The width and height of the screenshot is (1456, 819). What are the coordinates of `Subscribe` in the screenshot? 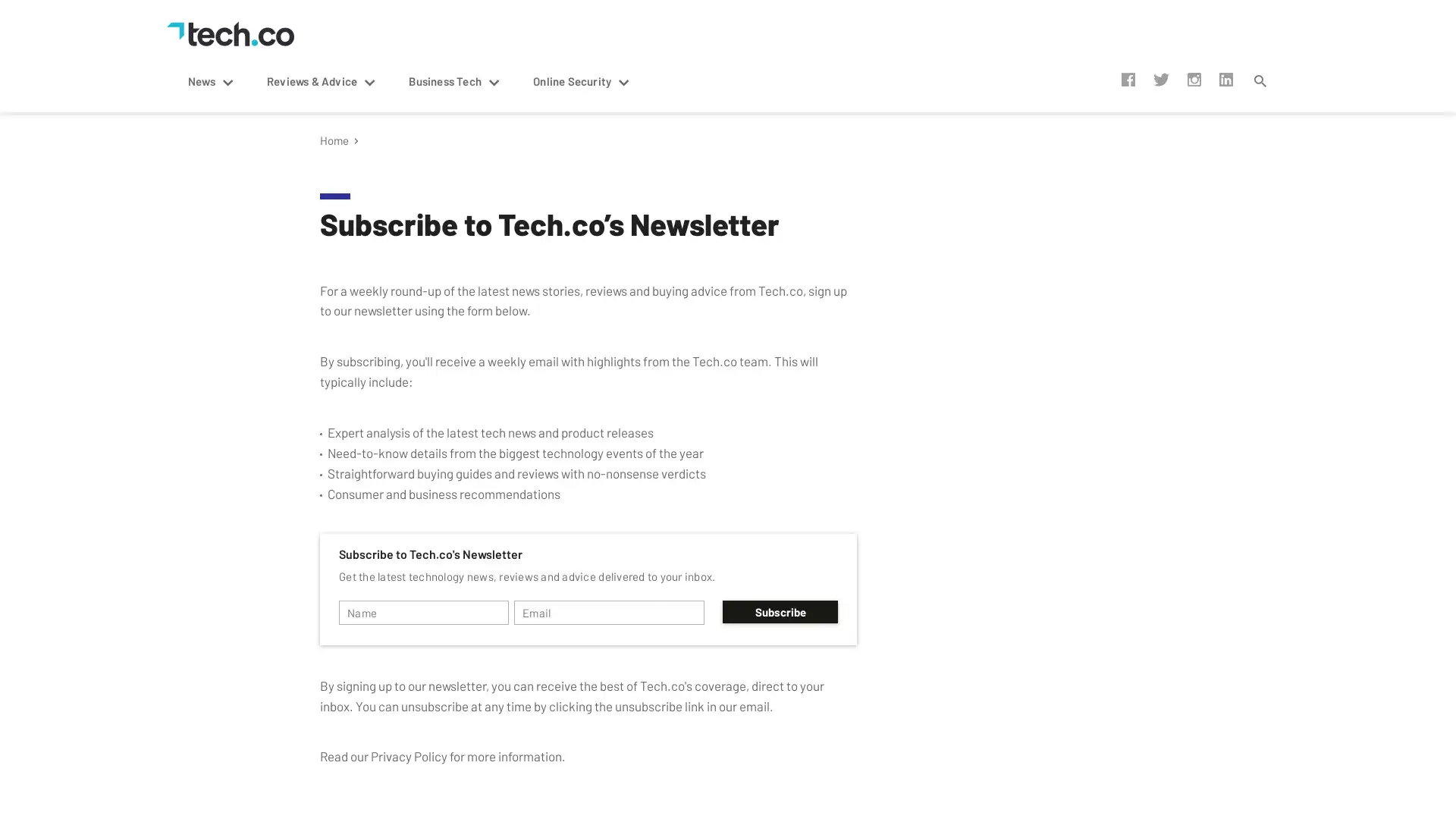 It's located at (780, 610).